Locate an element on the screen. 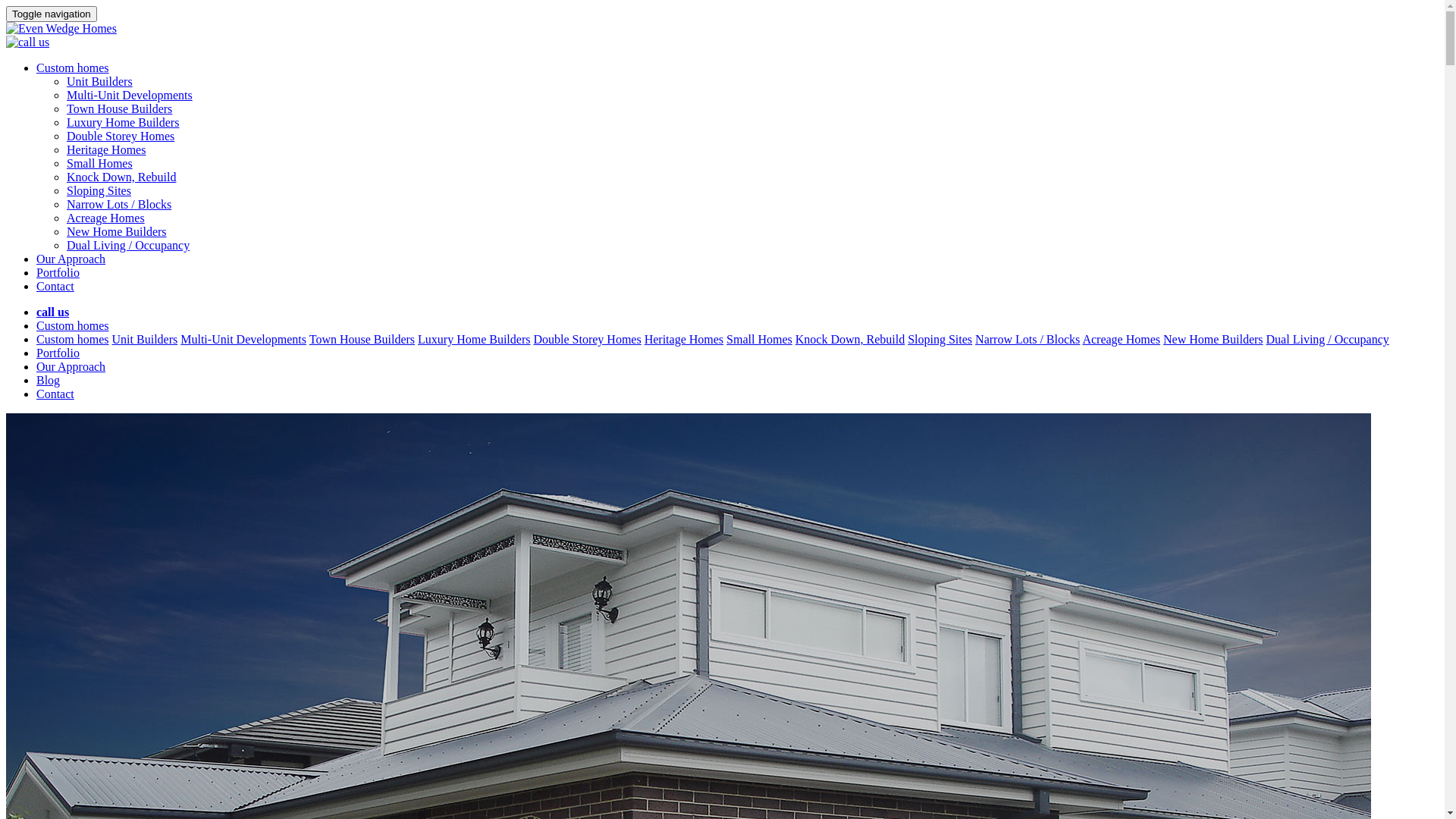  'Heritage Homes' is located at coordinates (683, 338).